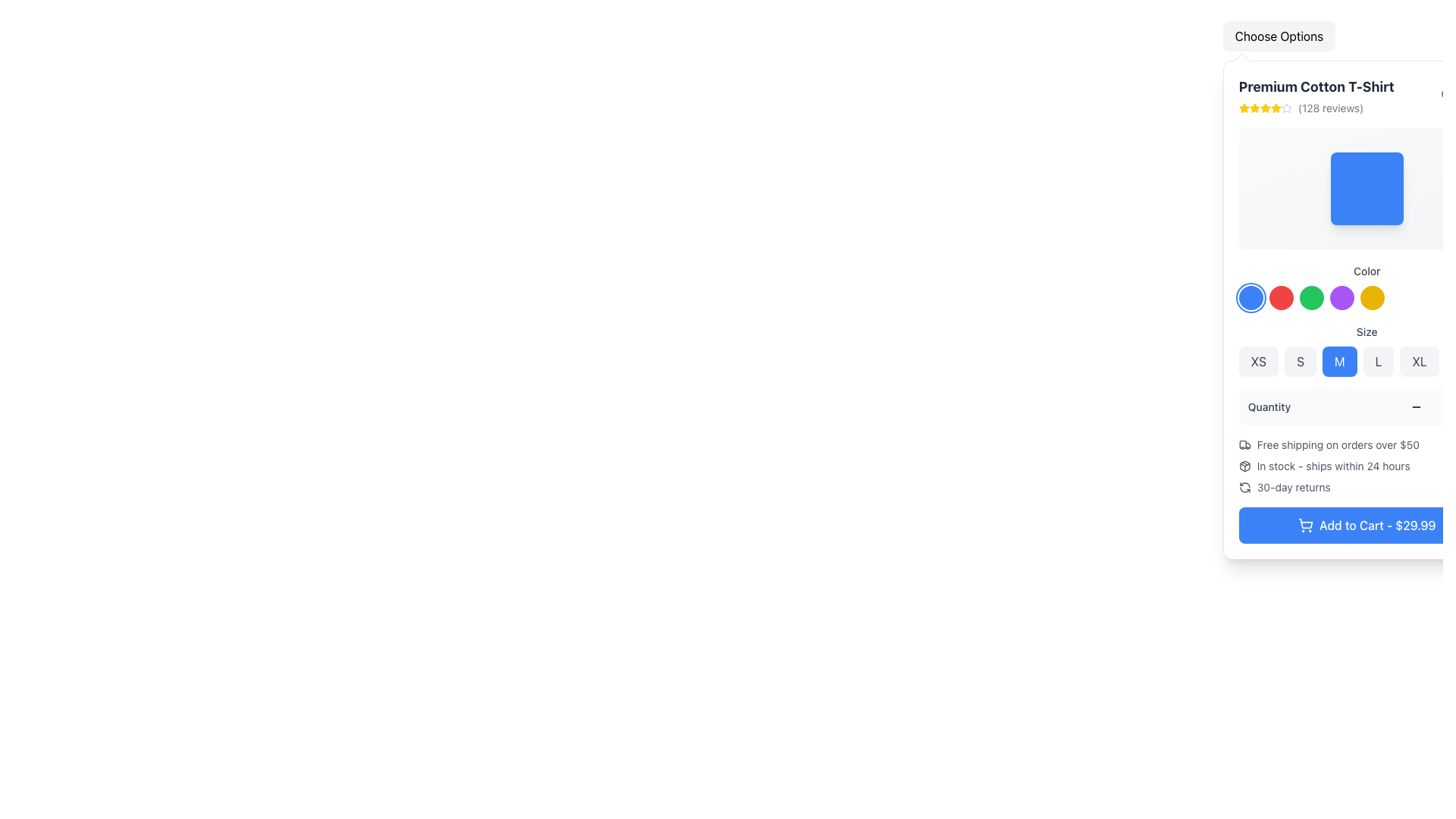 The height and width of the screenshot is (819, 1456). I want to click on the third circular button with a bright green background in the 'Color' section to trigger the scaling effect, so click(1310, 298).